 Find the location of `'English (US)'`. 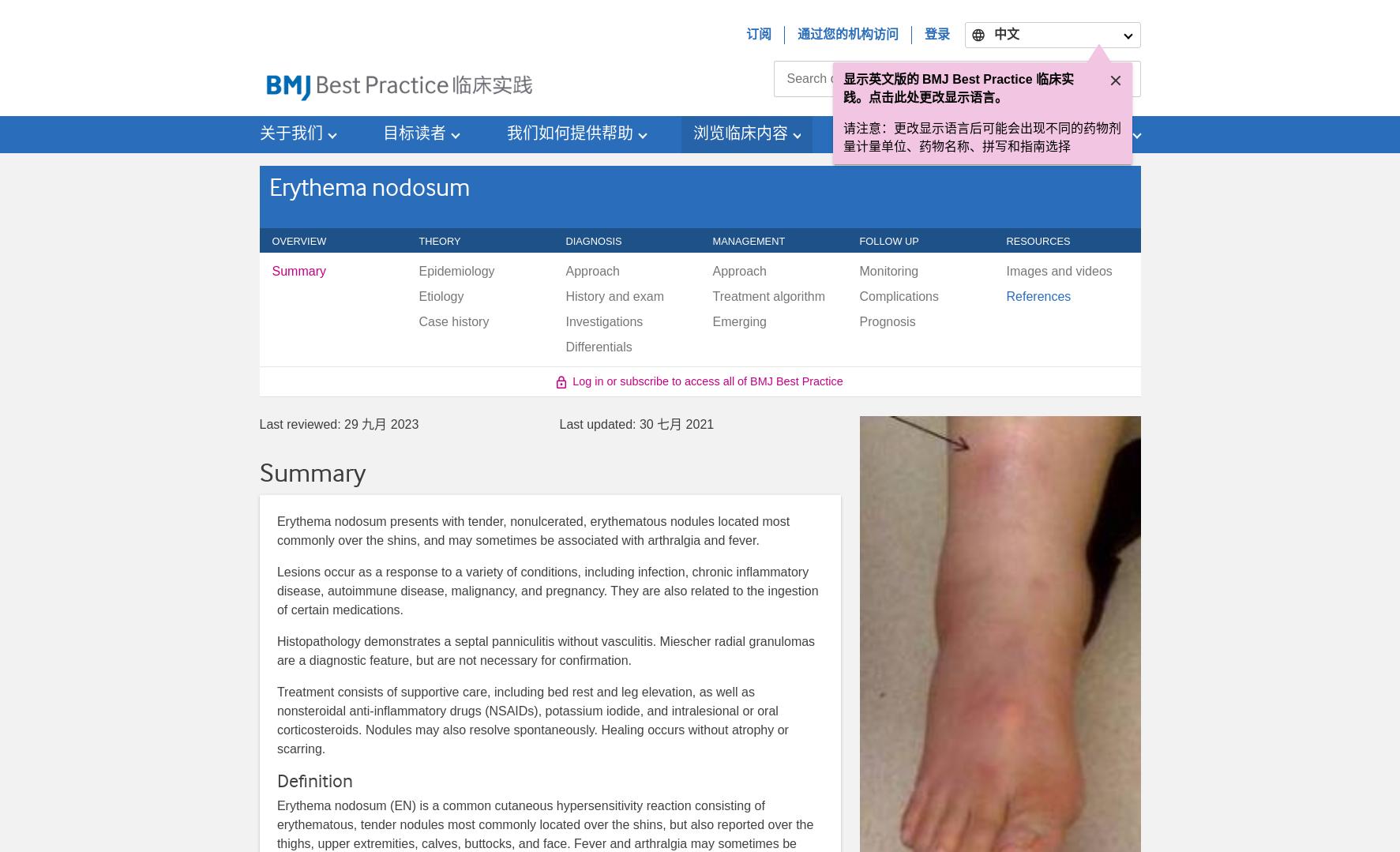

'English (US)' is located at coordinates (1026, 79).